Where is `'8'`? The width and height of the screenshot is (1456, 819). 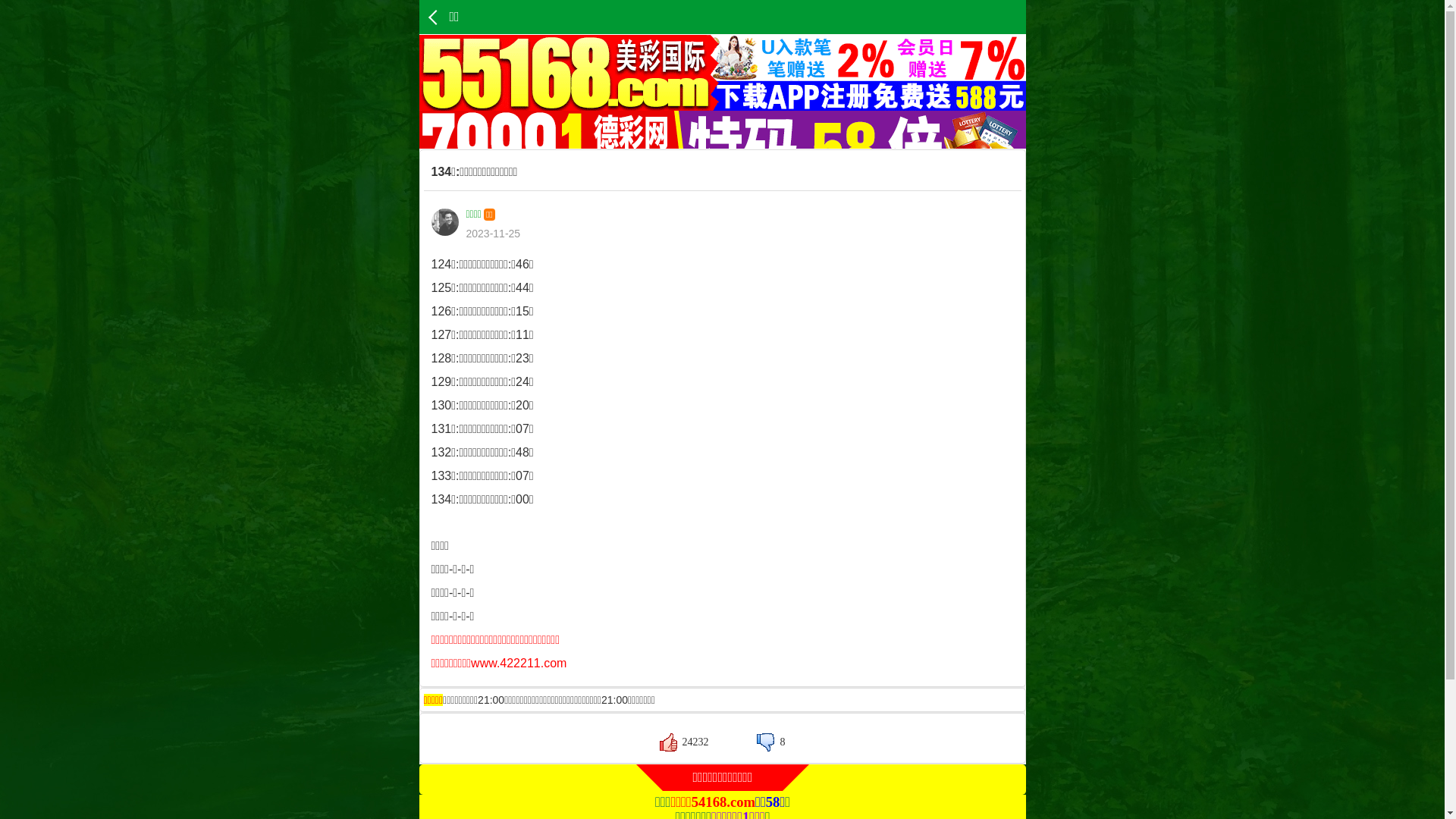
'8' is located at coordinates (757, 741).